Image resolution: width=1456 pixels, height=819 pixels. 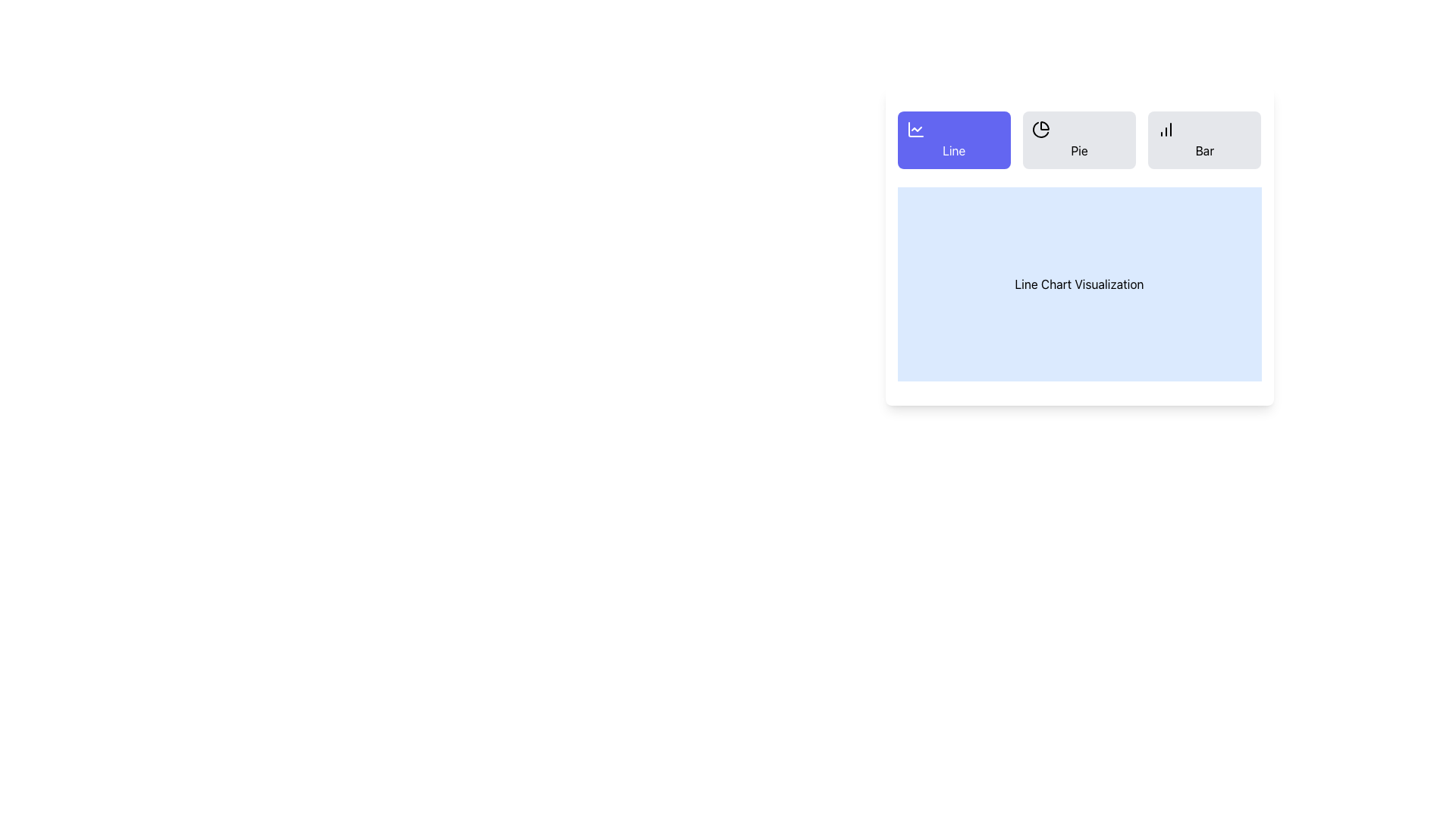 What do you see at coordinates (1203, 151) in the screenshot?
I see `'Bar Chart' Text Label located in the third entry of the horizontal menu bar at the top-right corner of the interface, below the graphical icon` at bounding box center [1203, 151].